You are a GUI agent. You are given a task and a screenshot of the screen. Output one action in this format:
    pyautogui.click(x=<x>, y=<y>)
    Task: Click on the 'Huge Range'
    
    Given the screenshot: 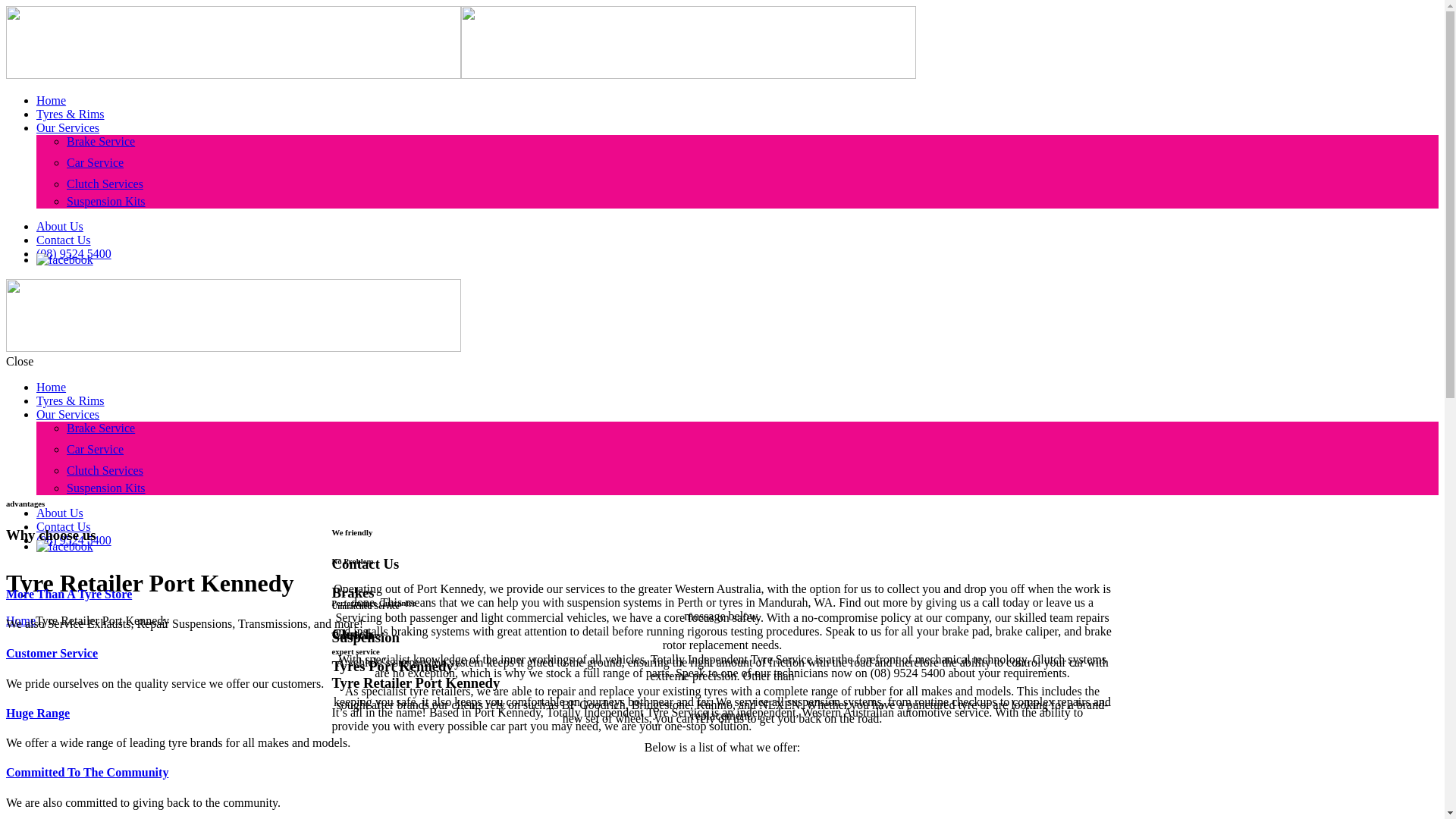 What is the action you would take?
    pyautogui.click(x=6, y=713)
    